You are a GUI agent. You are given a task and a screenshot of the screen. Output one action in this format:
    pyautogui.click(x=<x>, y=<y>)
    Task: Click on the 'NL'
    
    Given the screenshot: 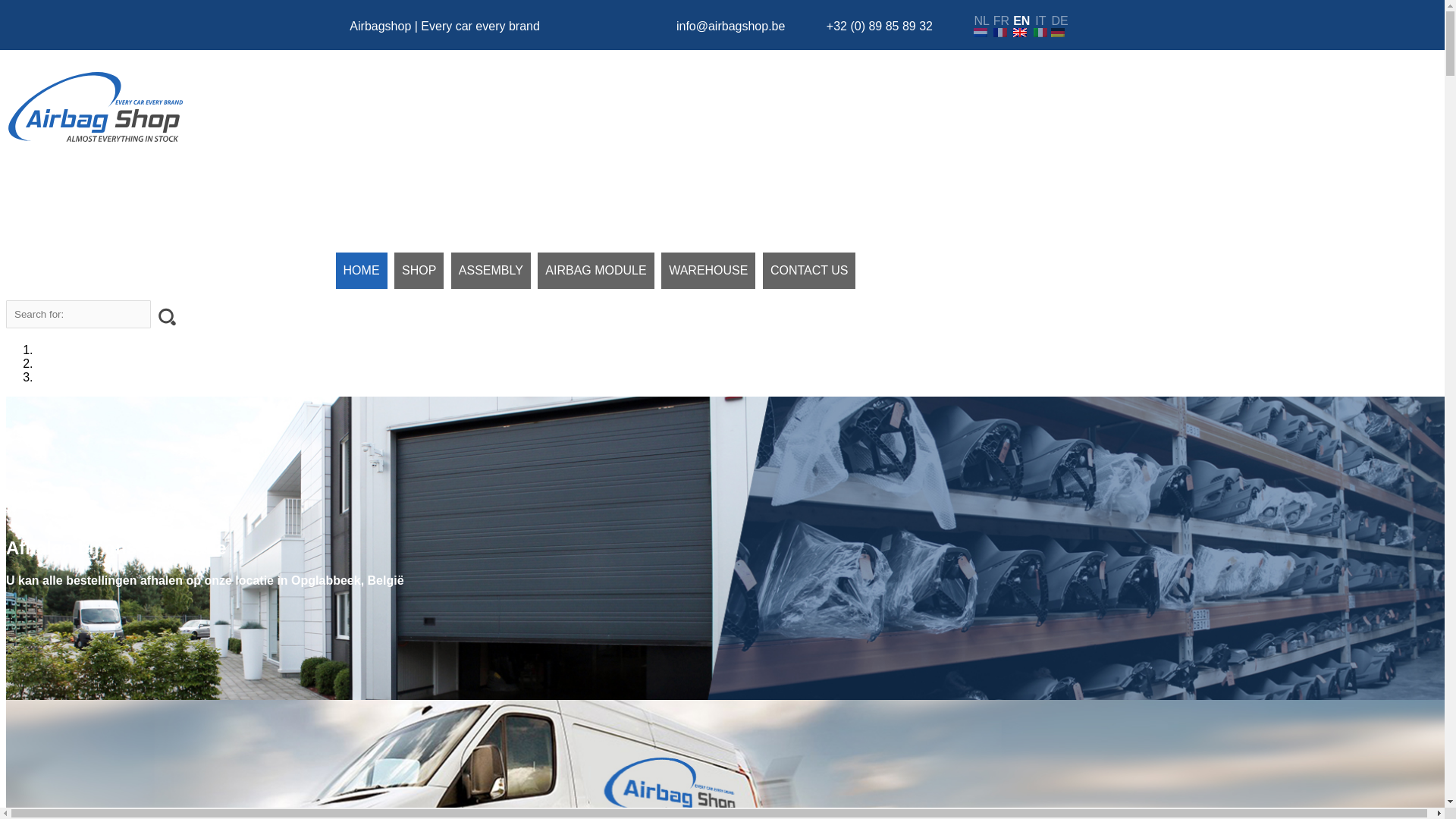 What is the action you would take?
    pyautogui.click(x=981, y=26)
    